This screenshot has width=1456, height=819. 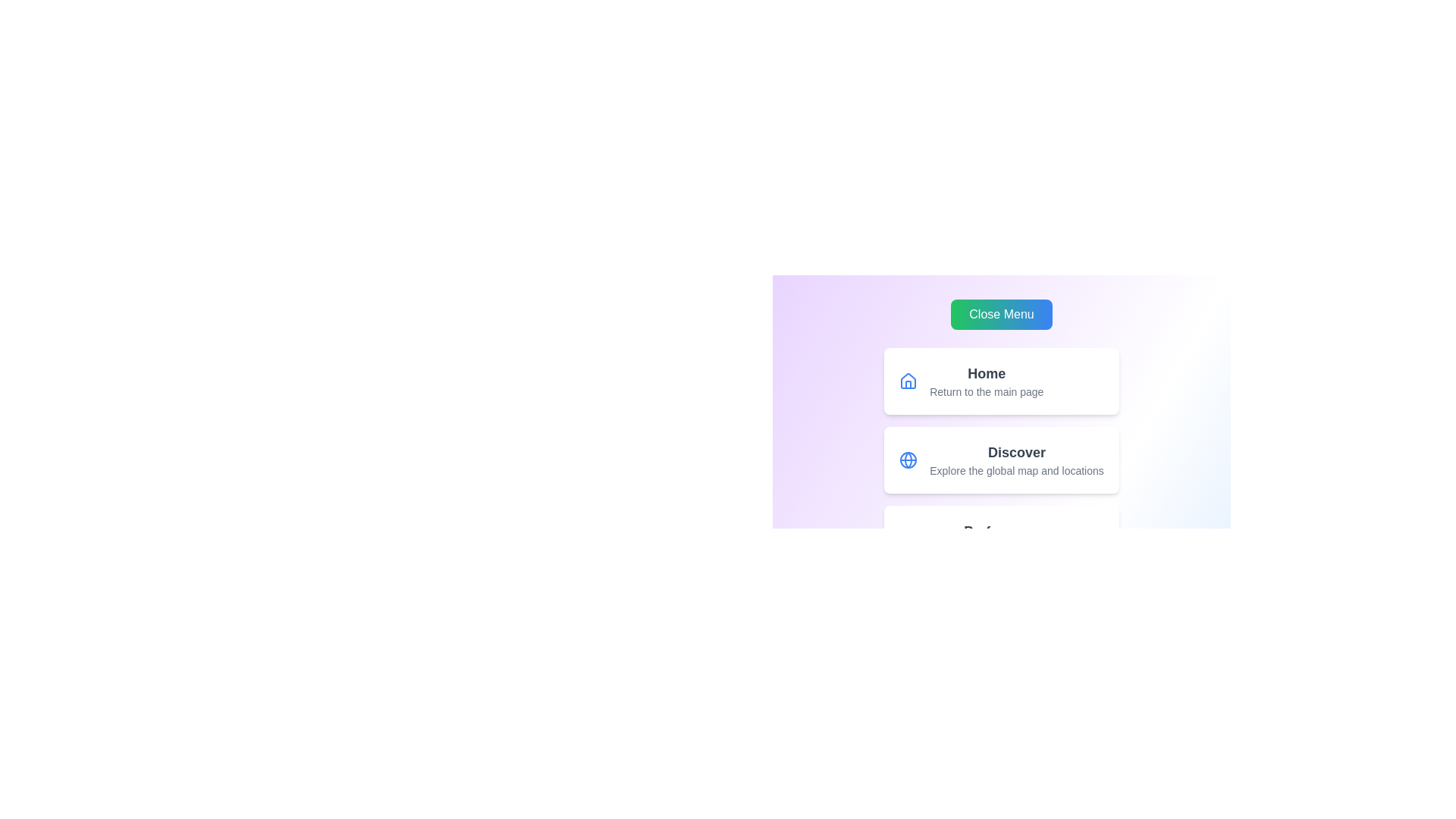 What do you see at coordinates (1001, 459) in the screenshot?
I see `the menu item Discover` at bounding box center [1001, 459].